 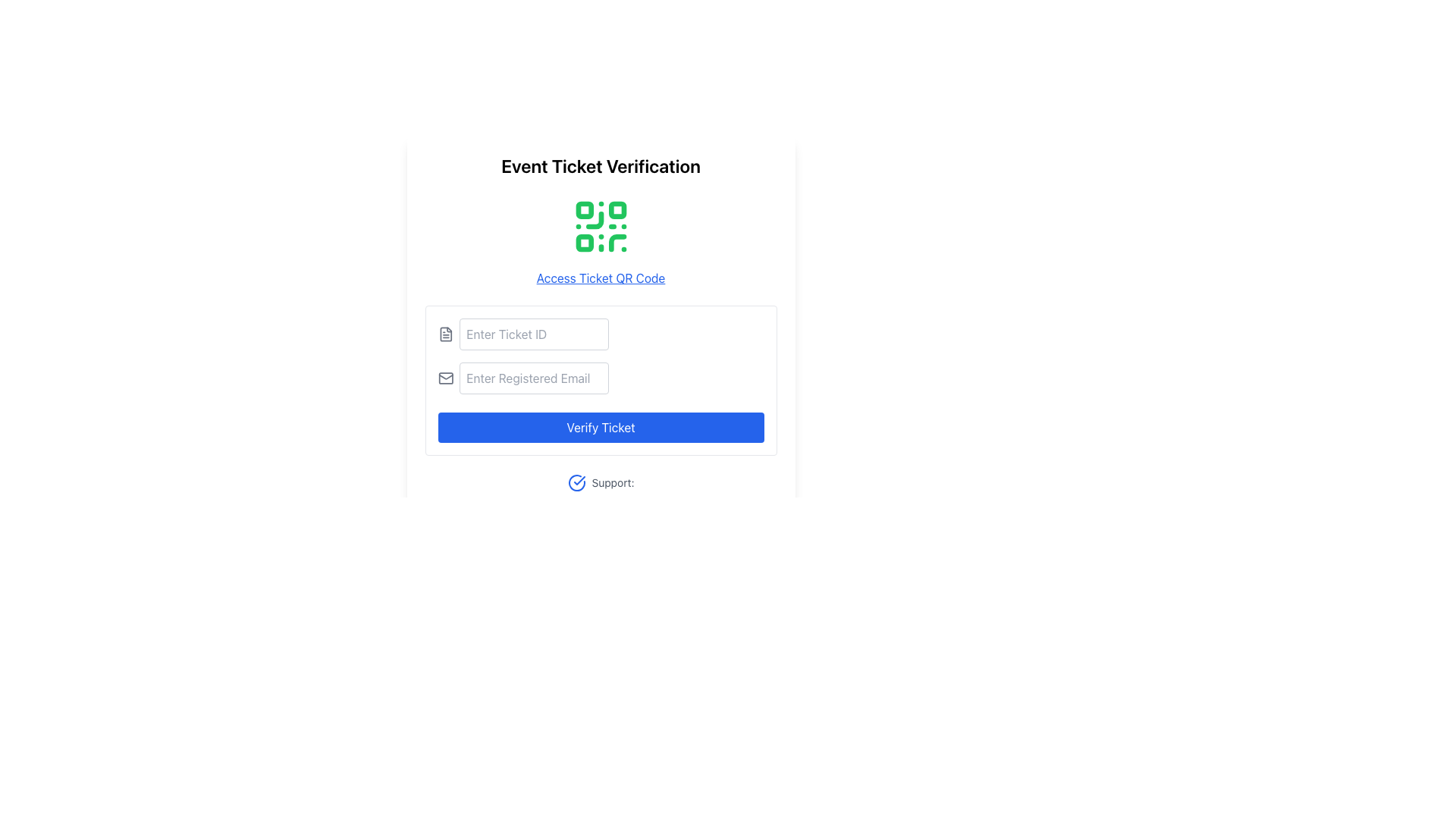 I want to click on the file icon, which is a minimalistic gray graphical representation with a folded corner, located near the 'Enter Ticket ID' input field, so click(x=444, y=333).